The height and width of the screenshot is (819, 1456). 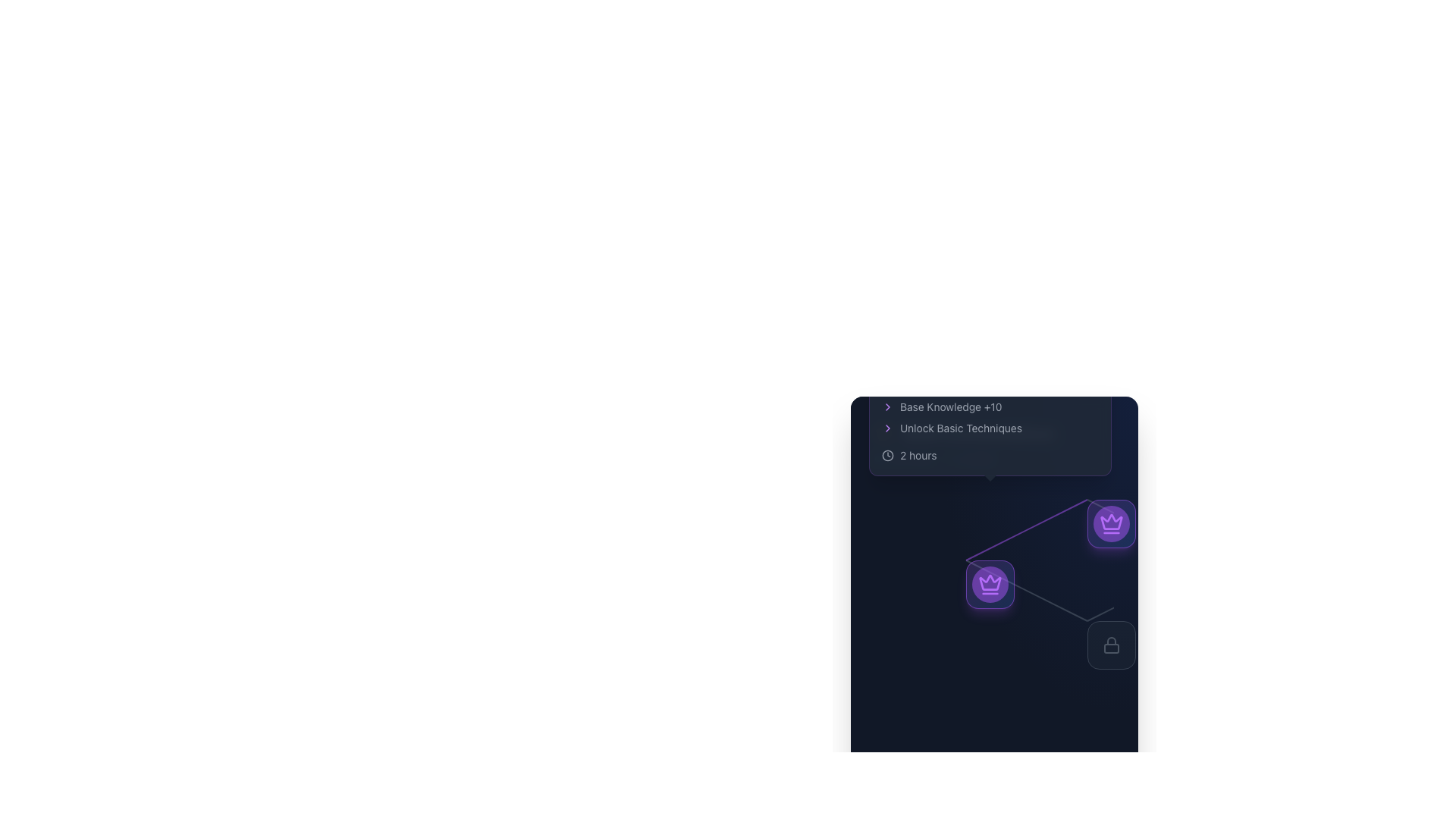 I want to click on the center node of the graphical skill map to interact with it, allowing users, so click(x=994, y=565).